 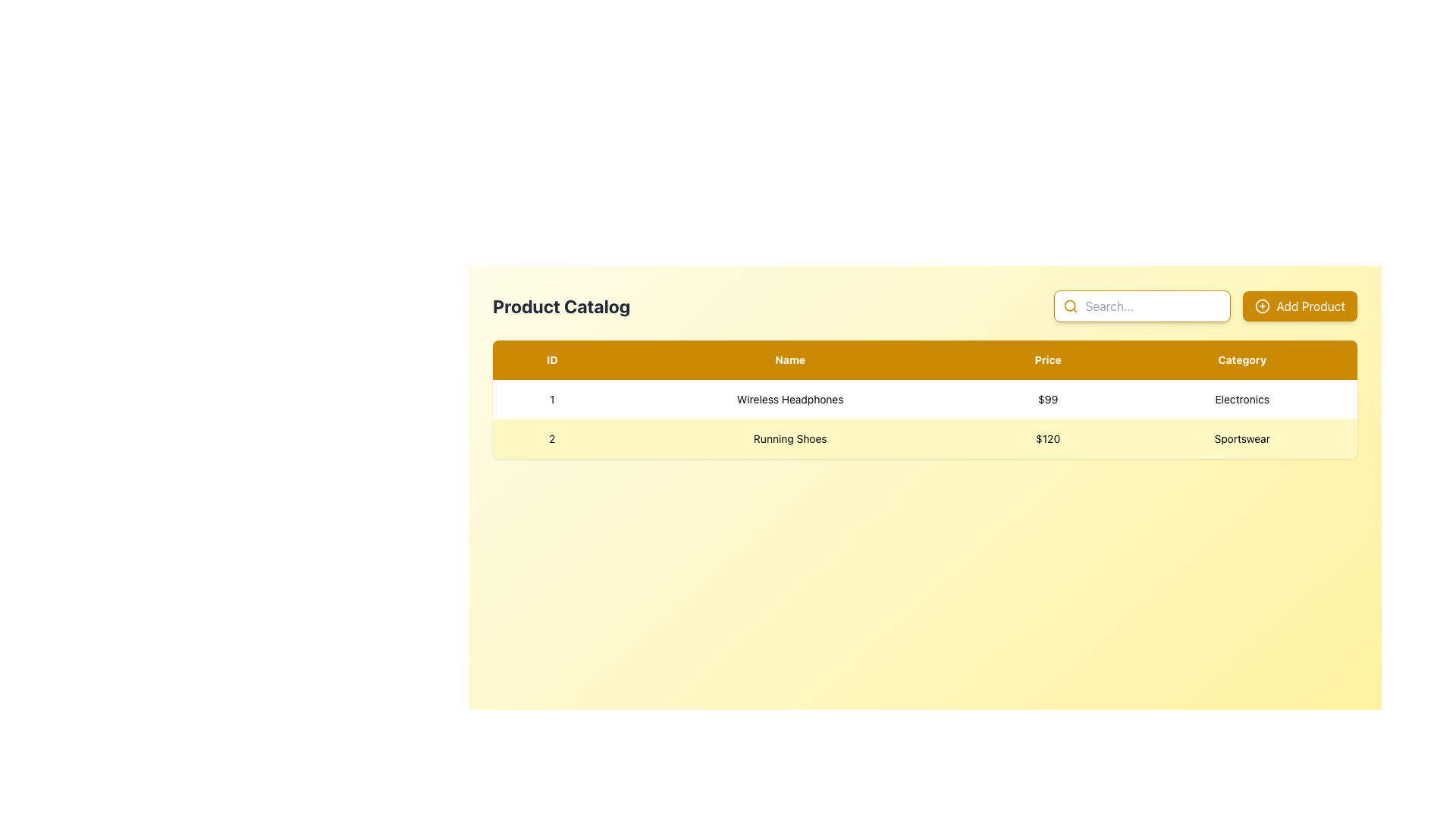 What do you see at coordinates (1047, 399) in the screenshot?
I see `text displaying the price of the product 'Wireless Headphones' located in the third cell of the first row under the 'Price' column` at bounding box center [1047, 399].